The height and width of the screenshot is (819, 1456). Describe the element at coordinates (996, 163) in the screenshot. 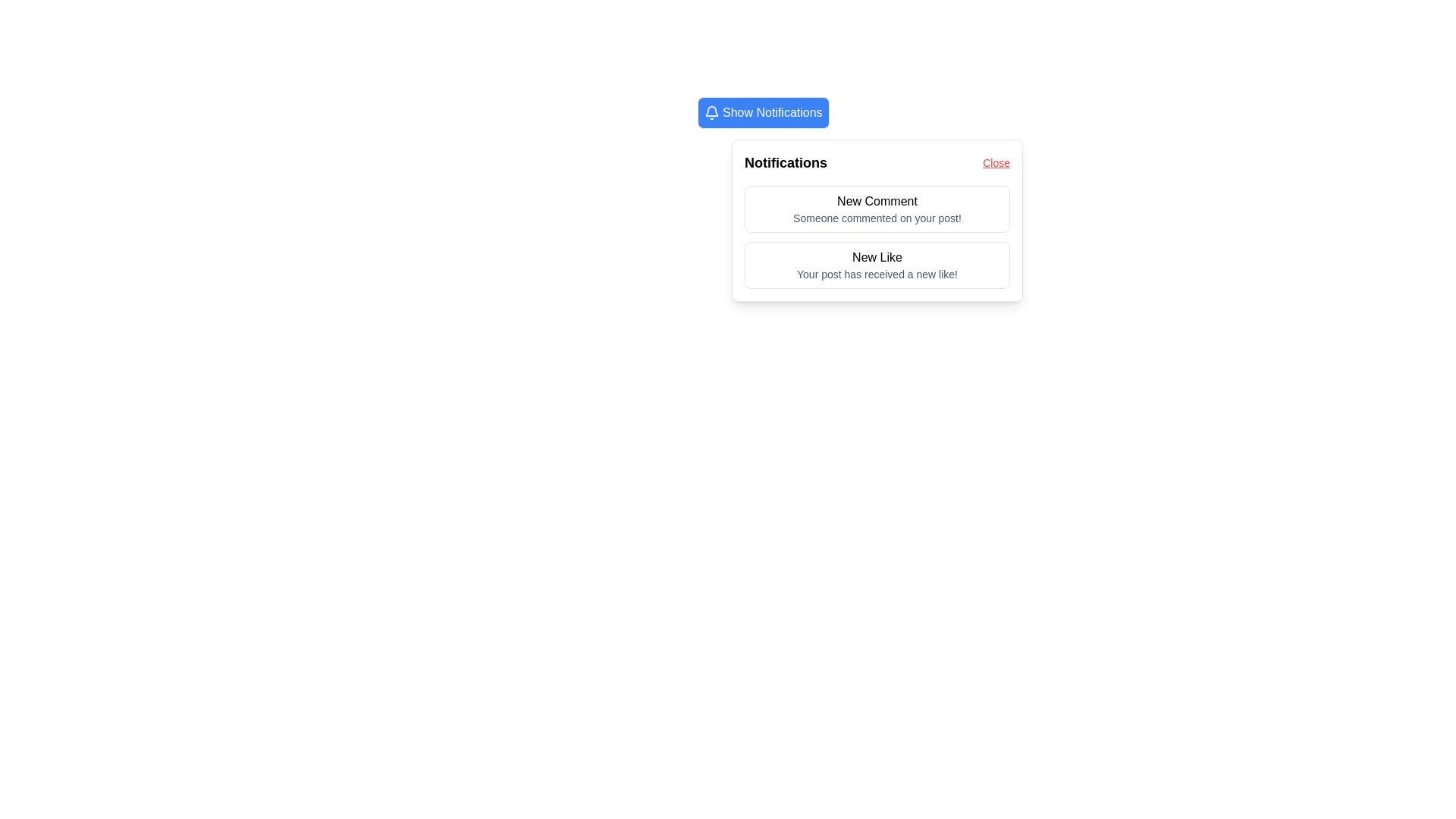

I see `the 'Close' Text Button located in the upper right corner of the notification panel` at that location.